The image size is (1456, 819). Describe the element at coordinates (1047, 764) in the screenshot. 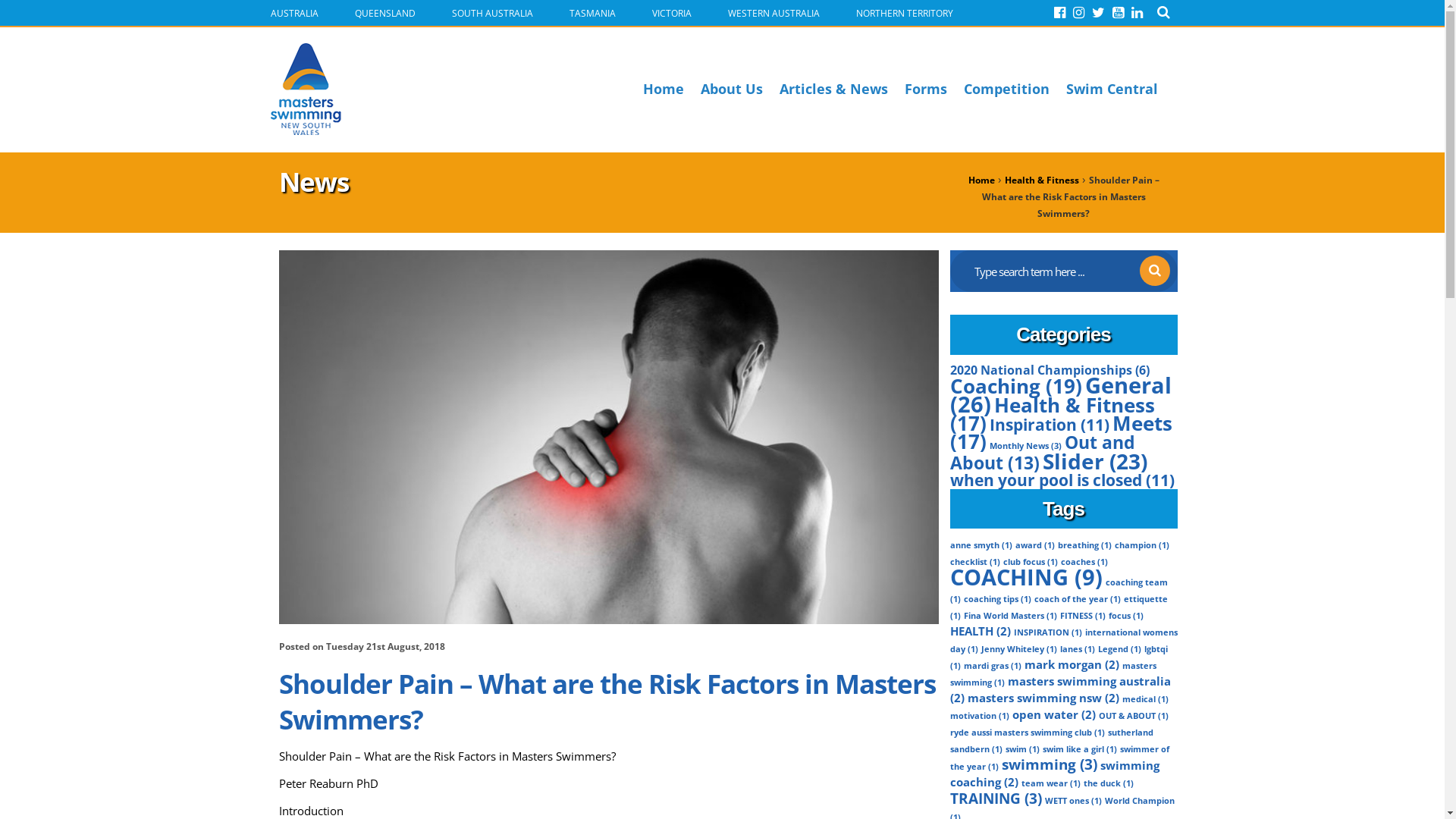

I see `'swimming (3)'` at that location.